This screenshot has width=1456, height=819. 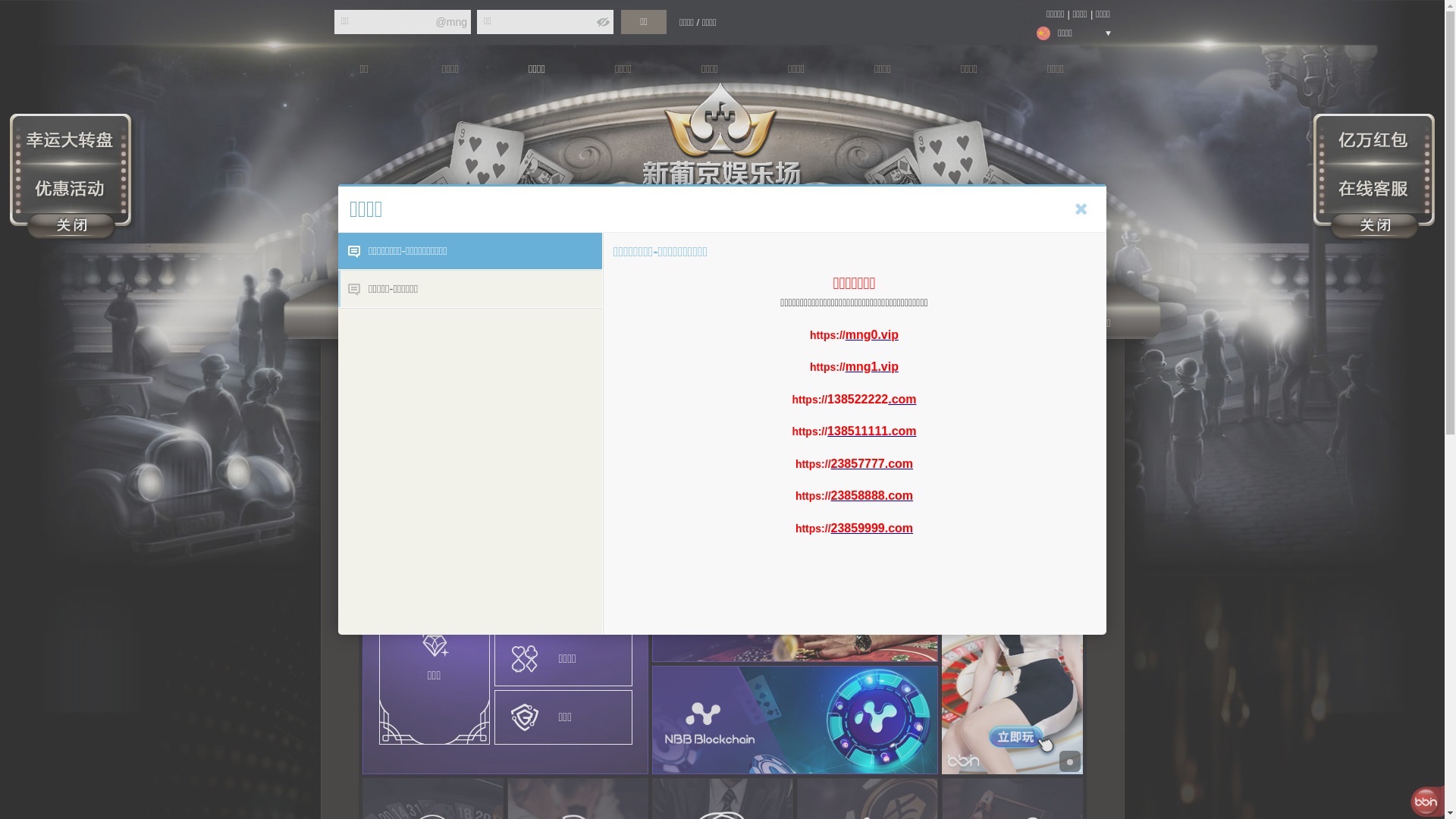 I want to click on '23858888.com', so click(x=830, y=495).